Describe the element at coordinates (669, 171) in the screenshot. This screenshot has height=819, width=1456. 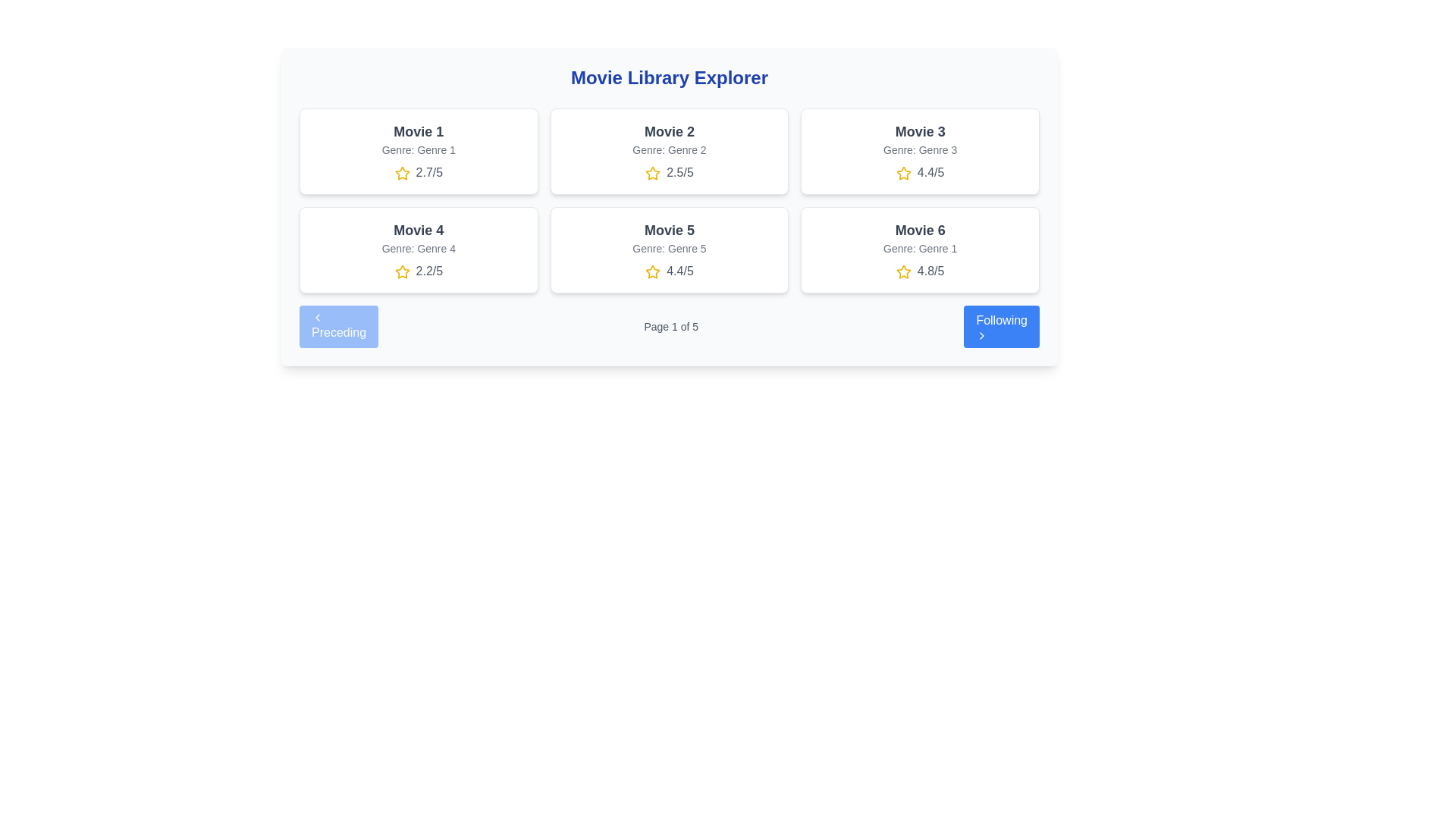
I see `the average rating text label paired with a yellow star icon for 'Movie 2' in the 'Movie Library Explorer' layout` at that location.